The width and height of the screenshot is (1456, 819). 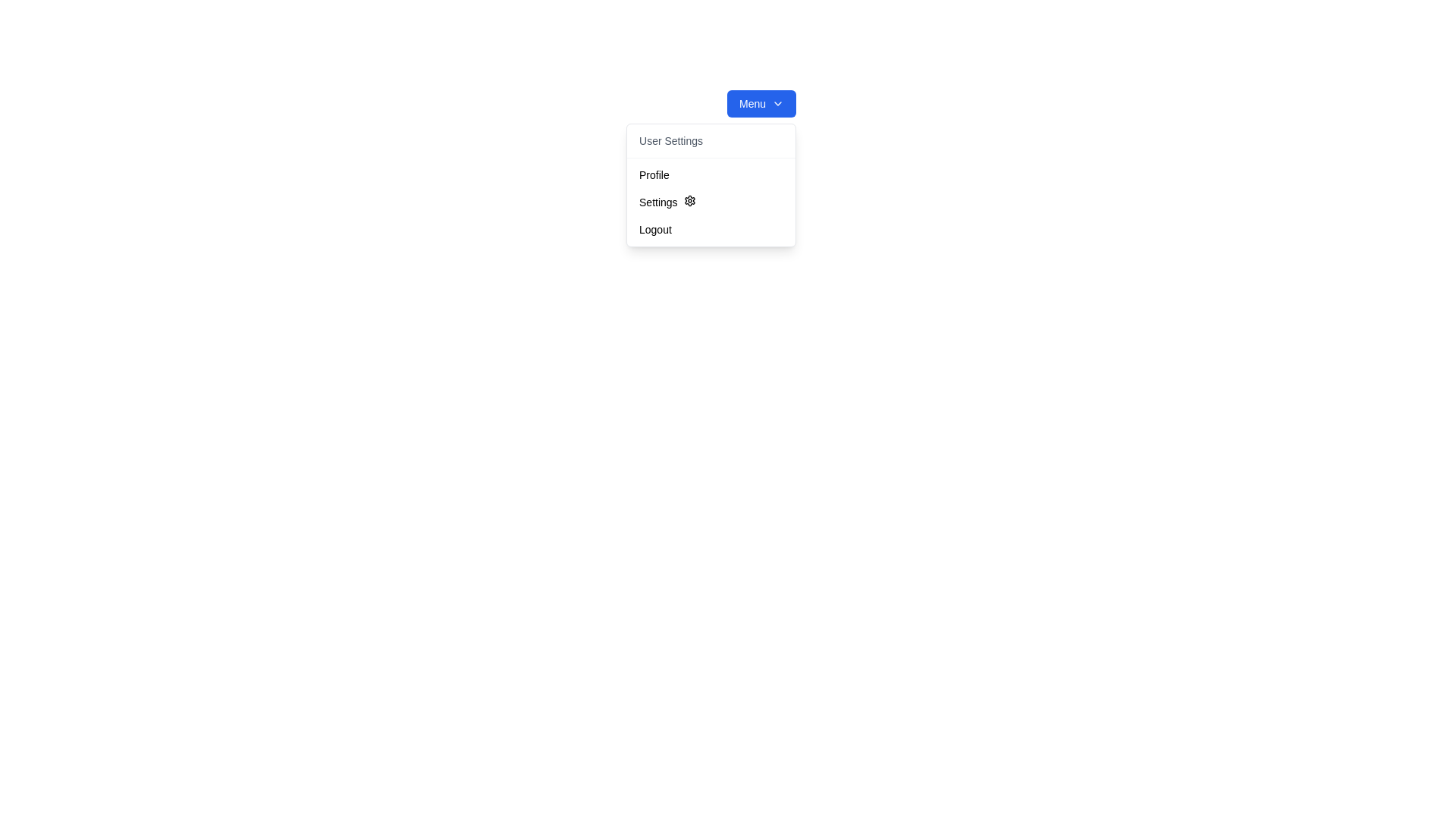 What do you see at coordinates (689, 200) in the screenshot?
I see `the cogwheel icon located to the right of the 'Settings' text in the dropdown menu under 'User Settings'` at bounding box center [689, 200].